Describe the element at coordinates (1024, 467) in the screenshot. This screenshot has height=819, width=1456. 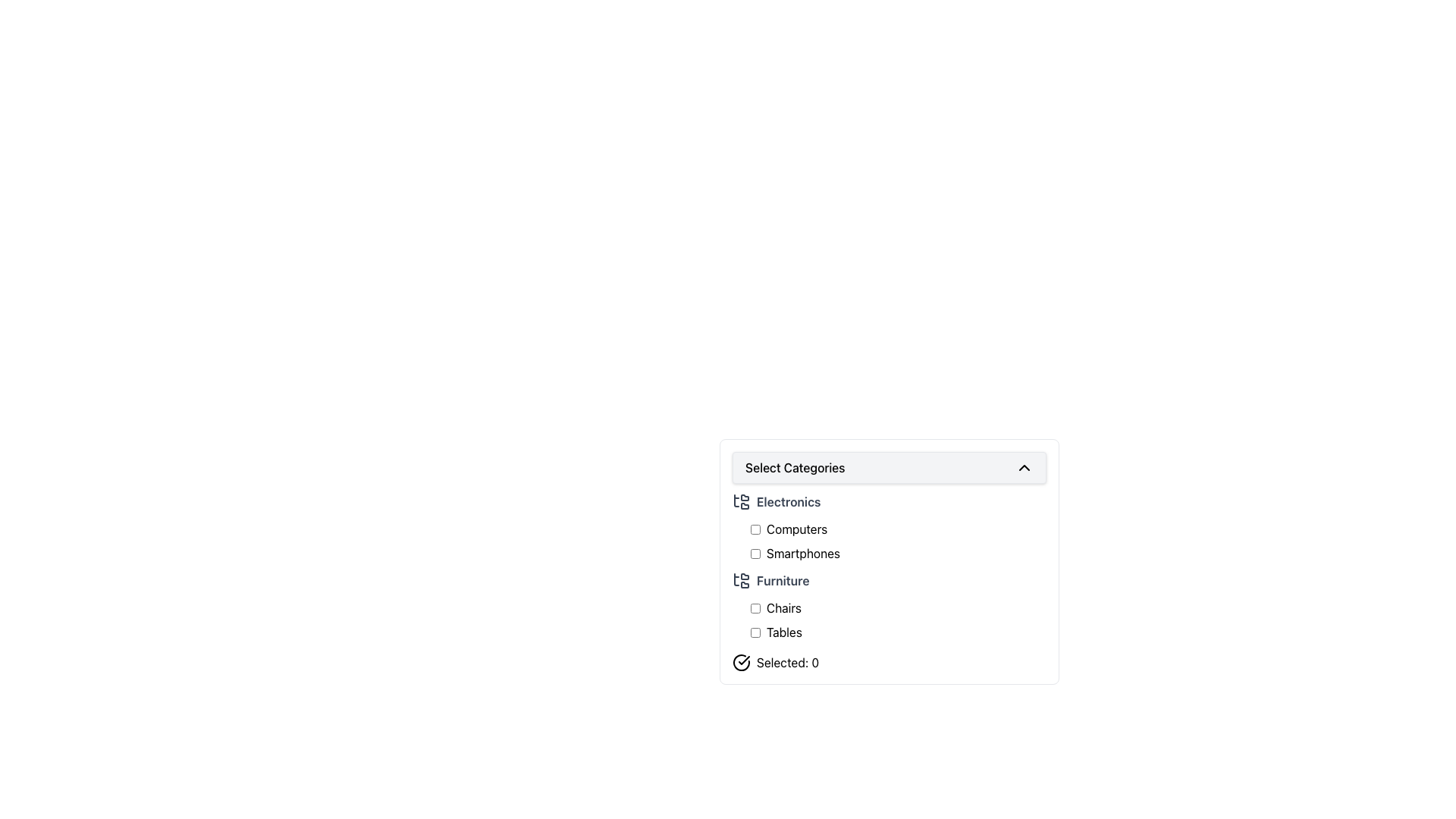
I see `the upward-pointing triangular chevron icon with a black stroke located in the upper-right corner of the 'Select Categories' header` at that location.